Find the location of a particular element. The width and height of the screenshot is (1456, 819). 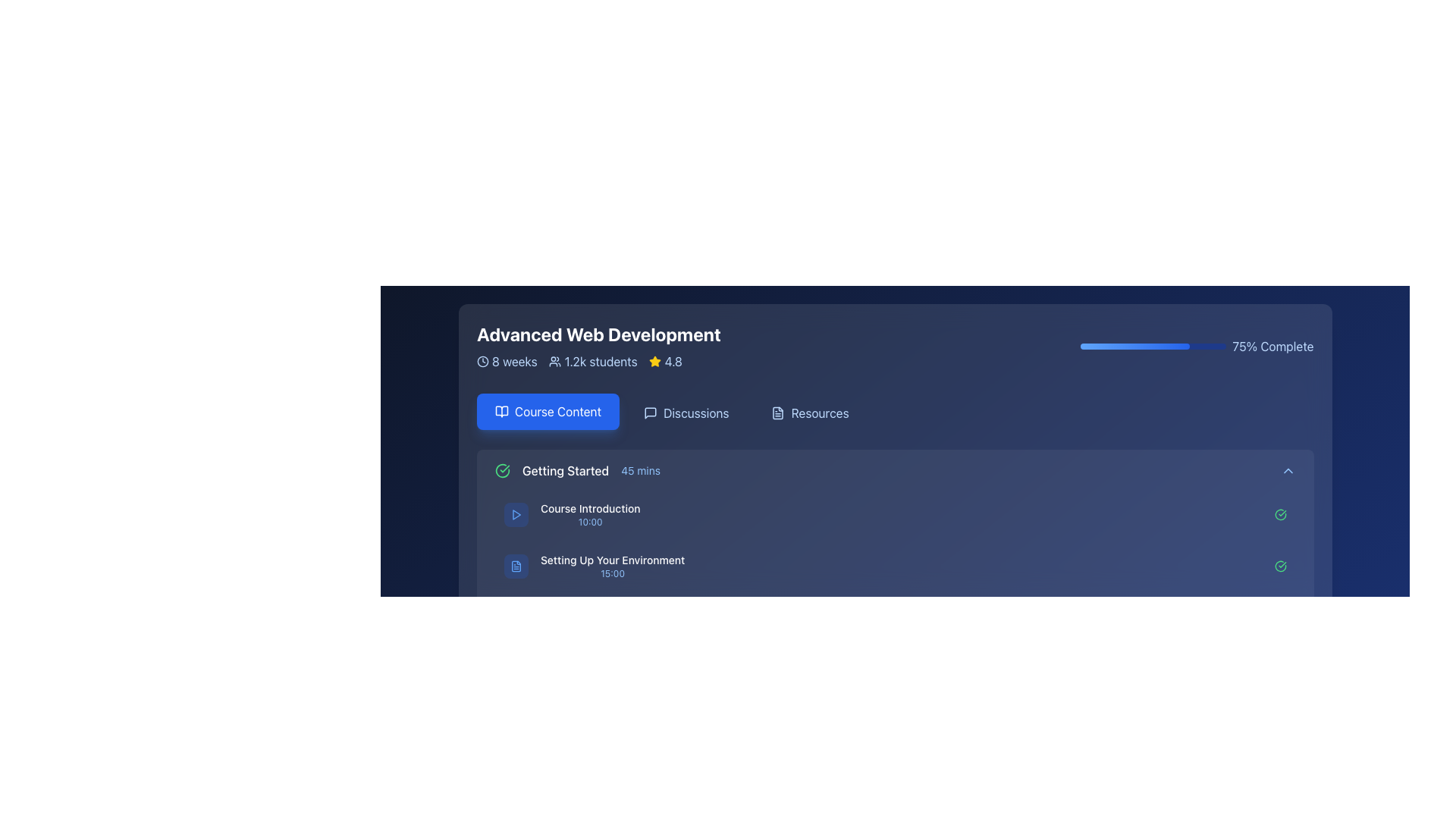

the speech bubble icon located in the top navigation bar, to the right of the 'Course Content' button and near the 'Discussions' tab is located at coordinates (650, 413).